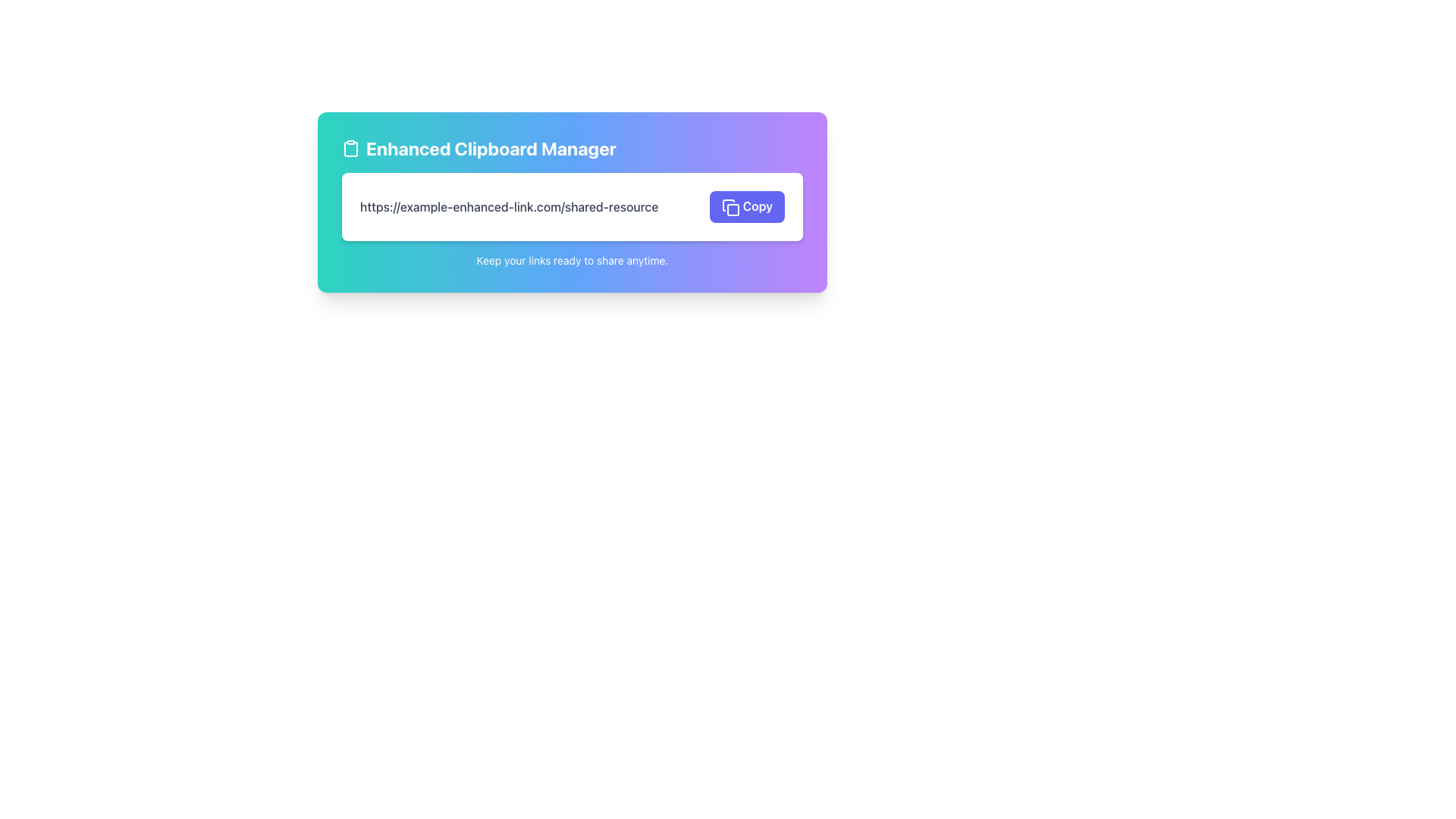 The width and height of the screenshot is (1456, 819). I want to click on the icon component within the 'Copy' button on the right side of the text box, so click(733, 209).